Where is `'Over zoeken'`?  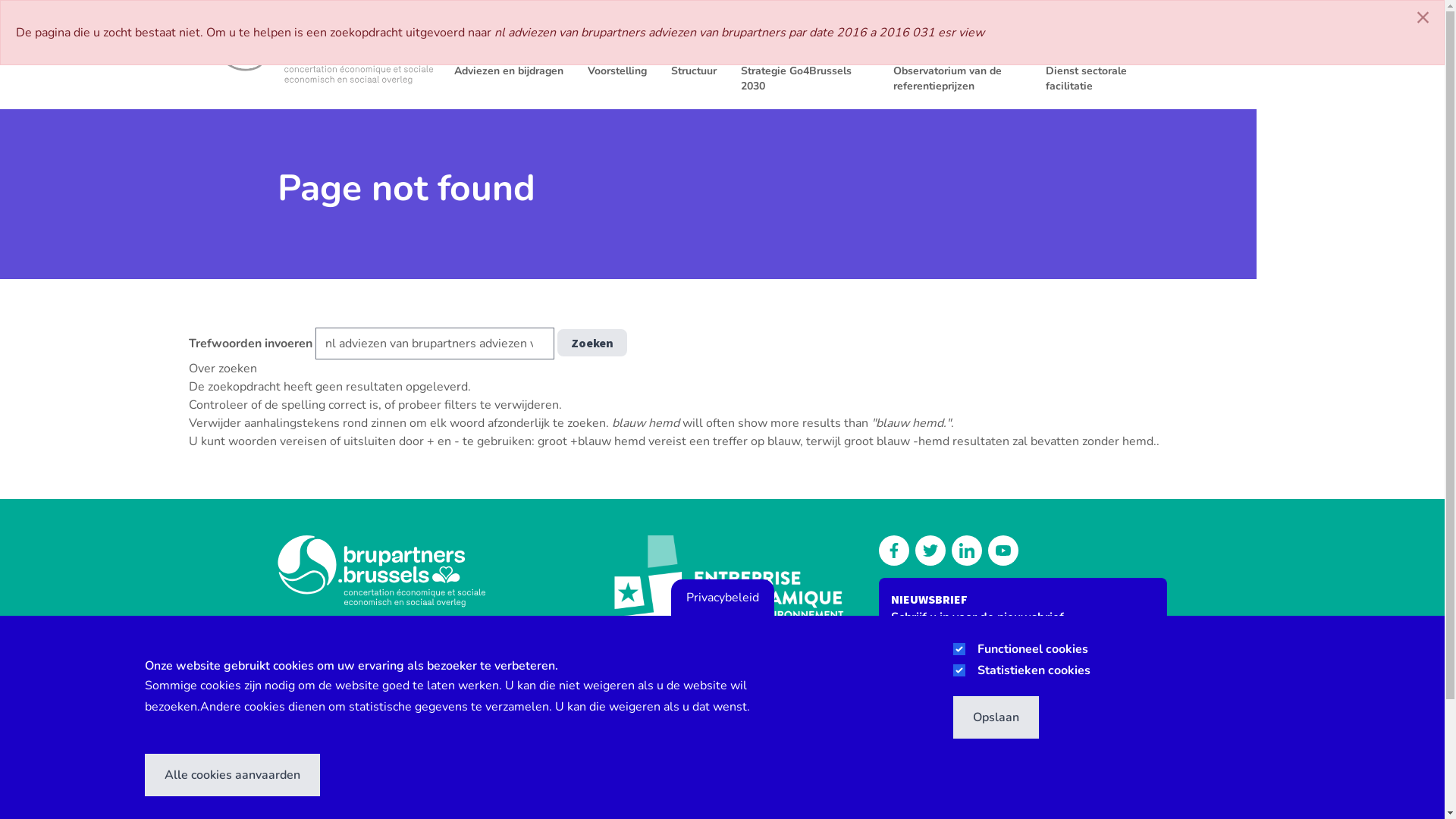 'Over zoeken' is located at coordinates (221, 369).